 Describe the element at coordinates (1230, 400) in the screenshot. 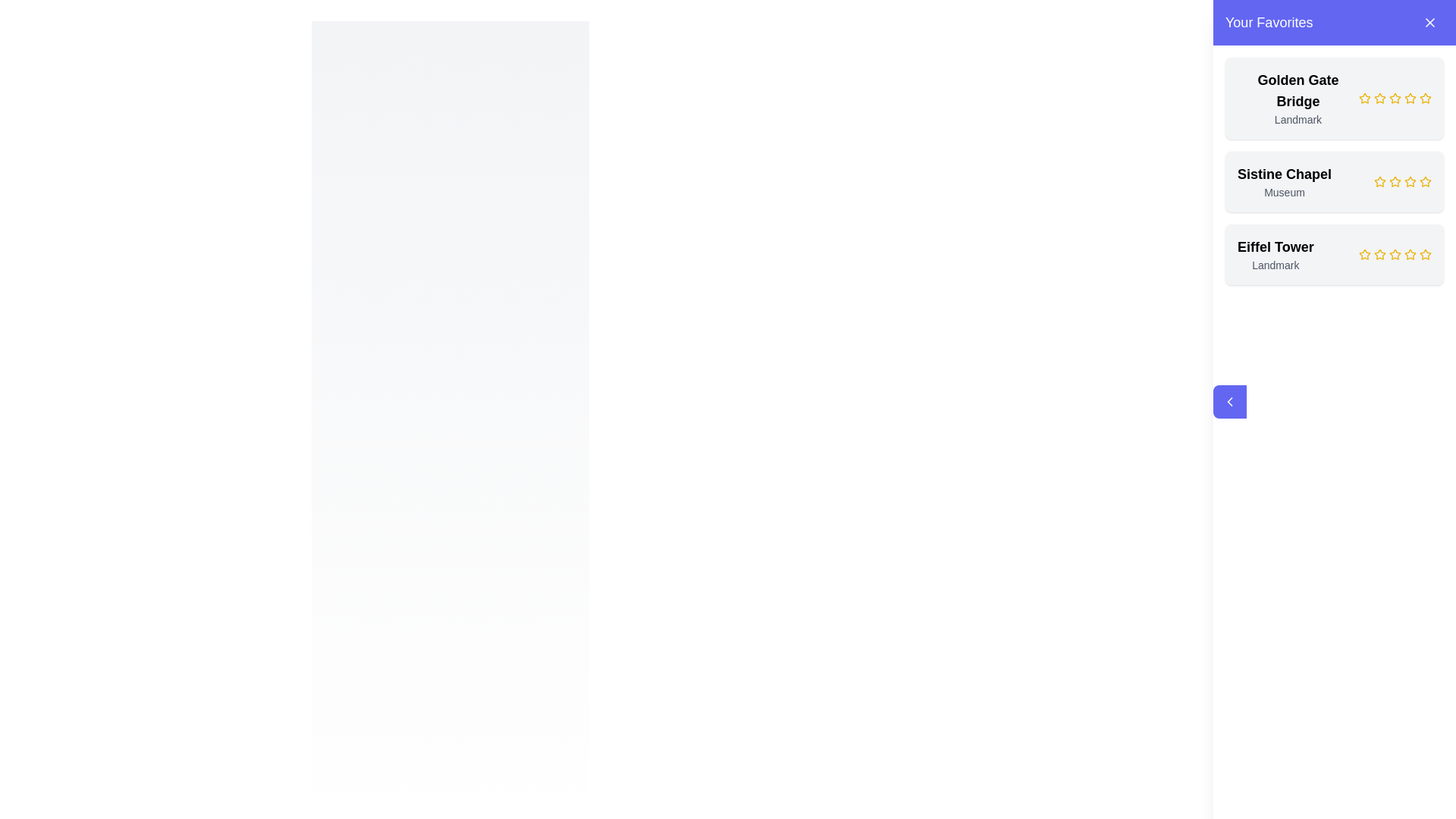

I see `the button containing an arrow icon located on the left side of the sidebar panel` at that location.